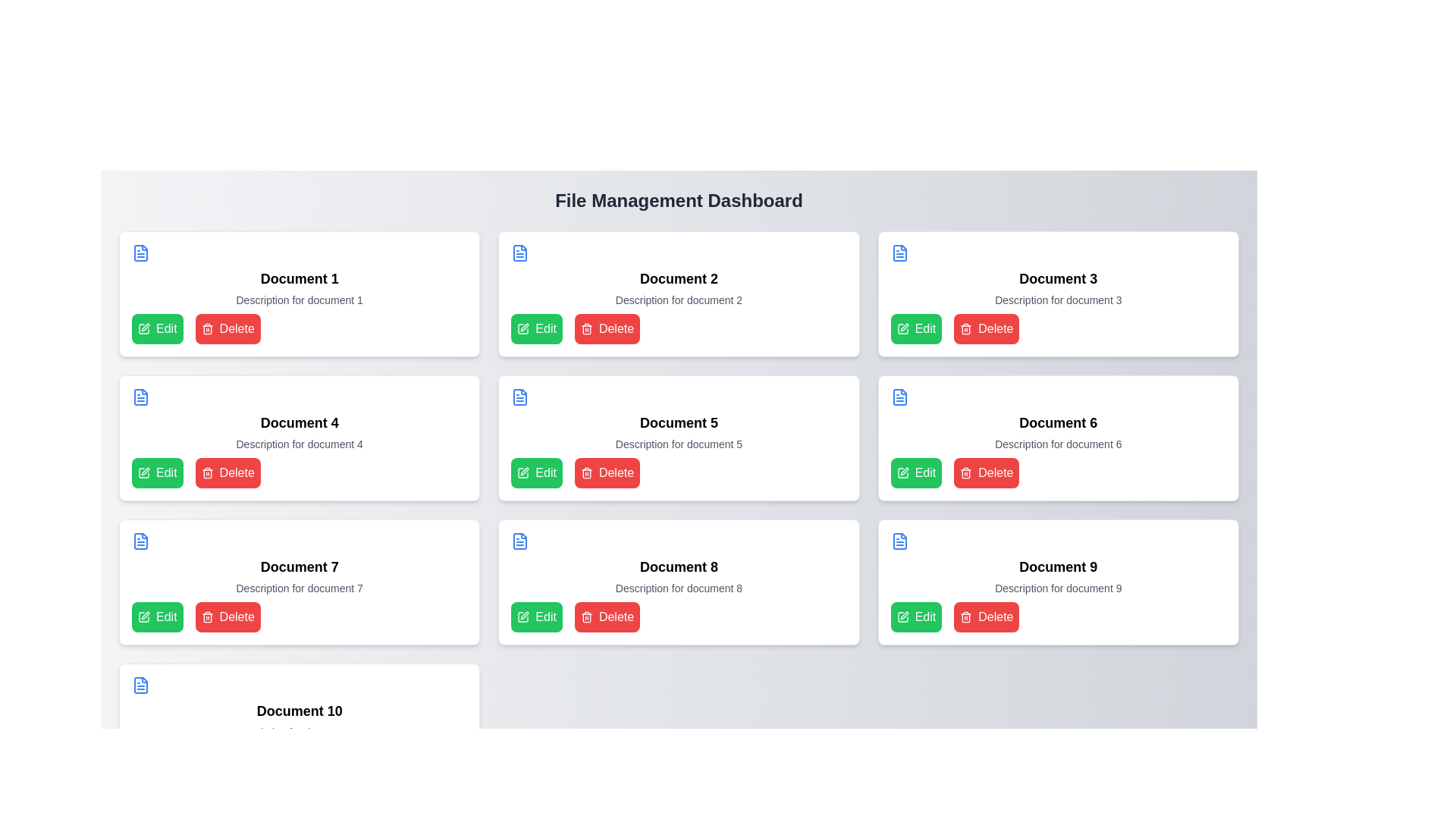  Describe the element at coordinates (227, 761) in the screenshot. I see `the red 'Delete' button with a trash can icon located in the bottom portion of the 'Document 10' card` at that location.